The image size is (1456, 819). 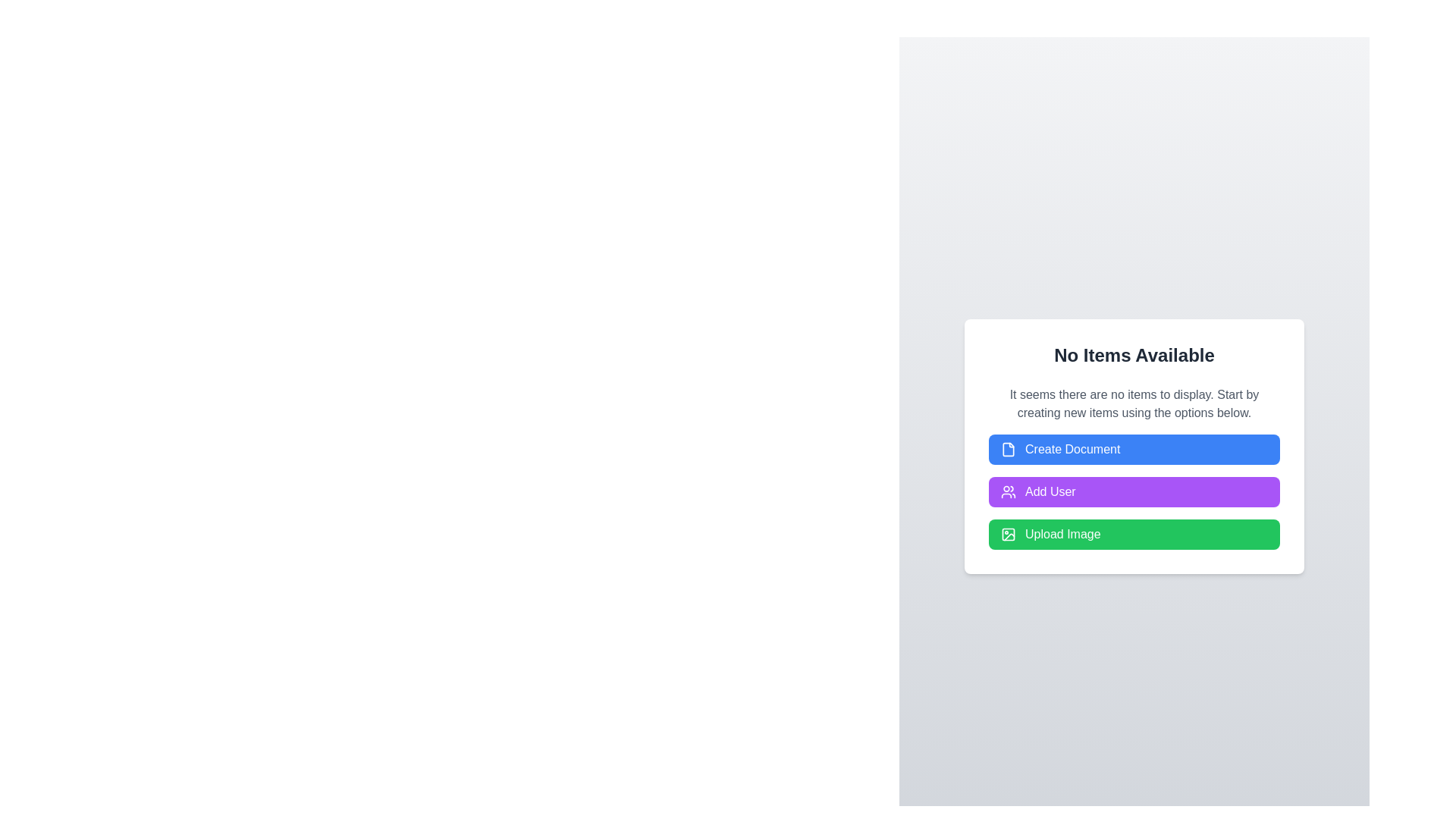 What do you see at coordinates (1134, 491) in the screenshot?
I see `the purple 'Add User' button with rounded corners` at bounding box center [1134, 491].